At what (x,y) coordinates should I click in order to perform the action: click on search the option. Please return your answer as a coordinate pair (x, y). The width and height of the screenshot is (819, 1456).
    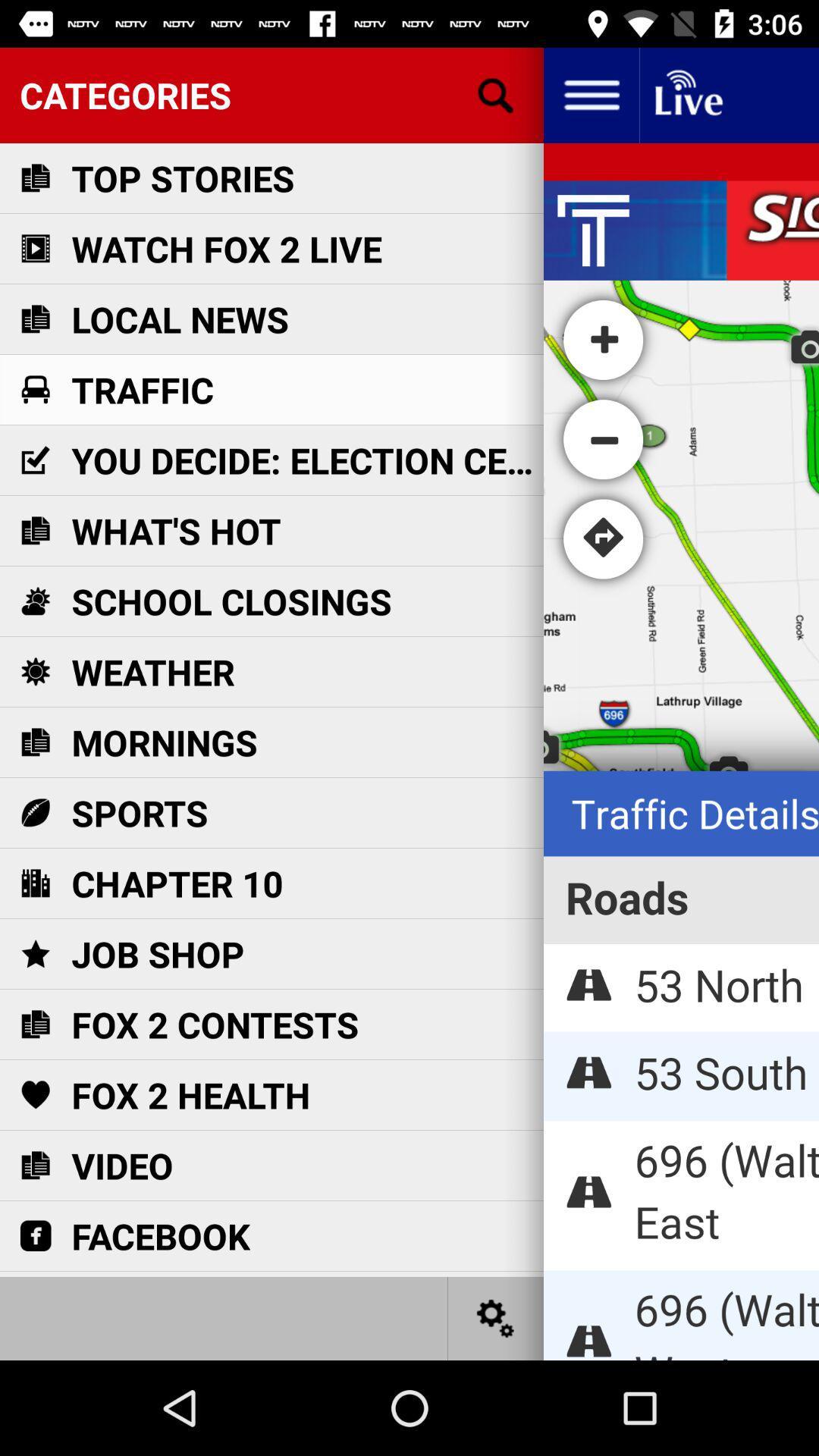
    Looking at the image, I should click on (496, 94).